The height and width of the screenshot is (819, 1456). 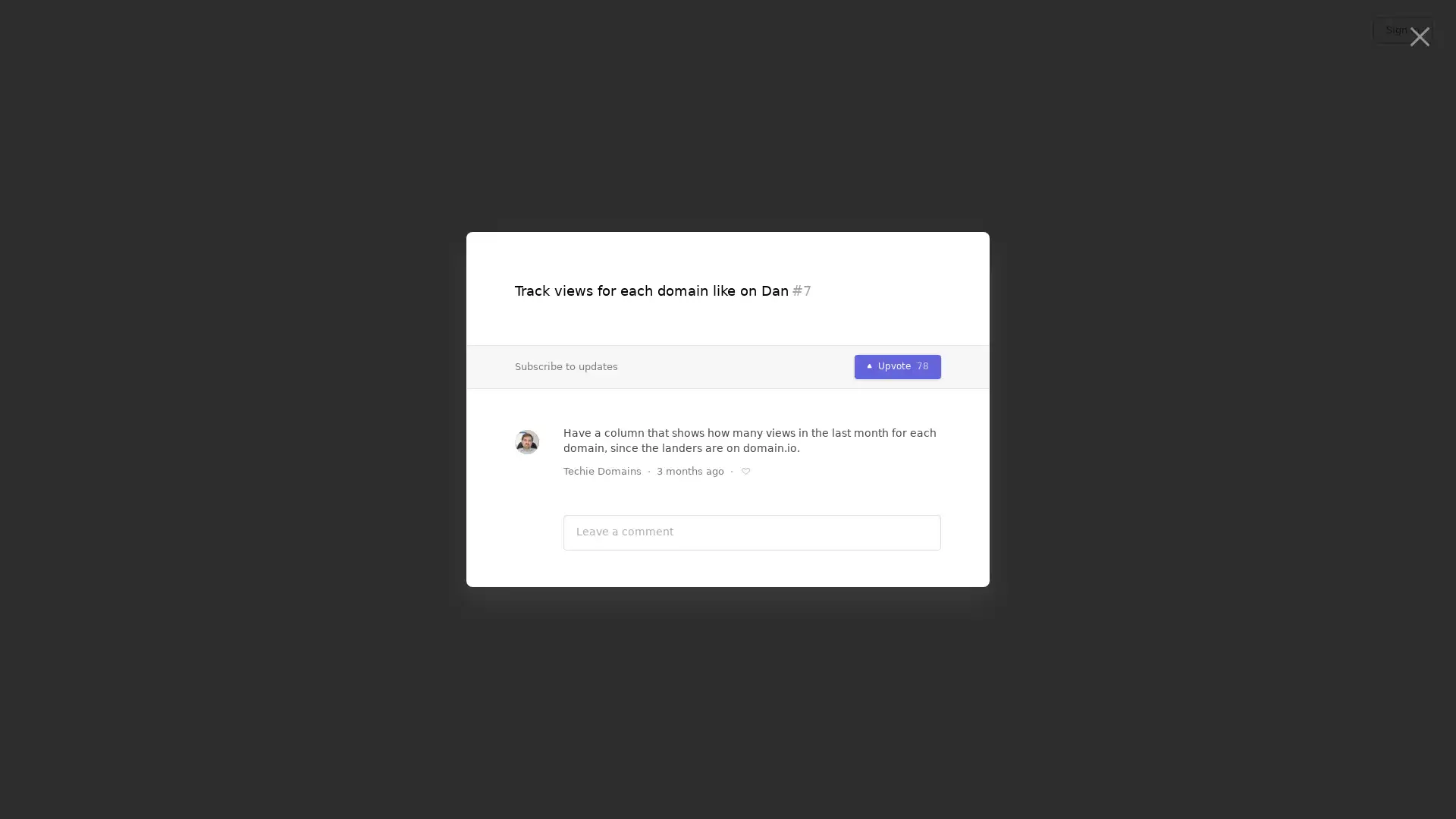 I want to click on Upvote 78, so click(x=898, y=366).